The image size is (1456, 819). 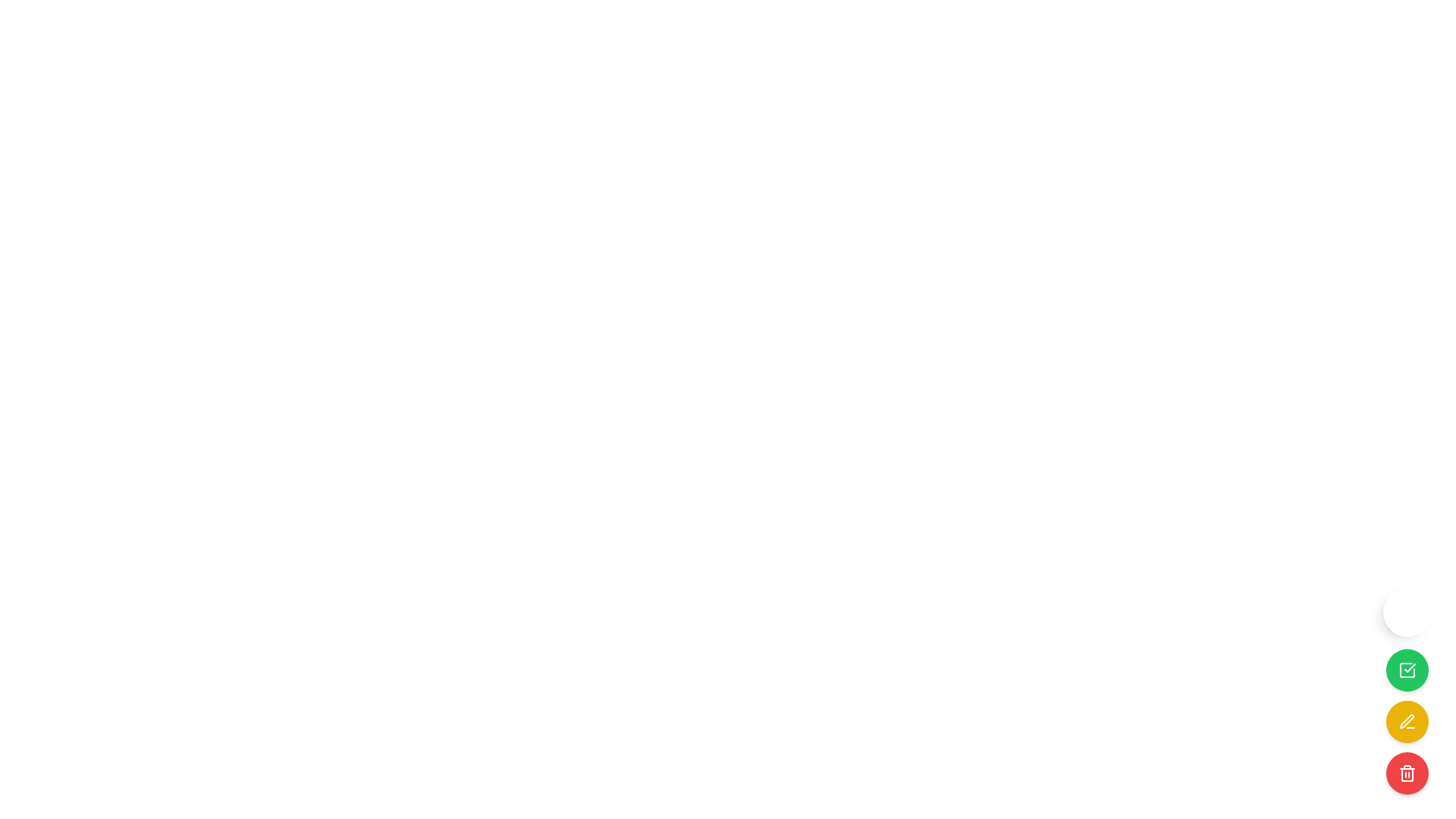 What do you see at coordinates (1407, 721) in the screenshot?
I see `the circular yellow button with a pen icon, which is the middle button in a vertical stack of three buttons` at bounding box center [1407, 721].